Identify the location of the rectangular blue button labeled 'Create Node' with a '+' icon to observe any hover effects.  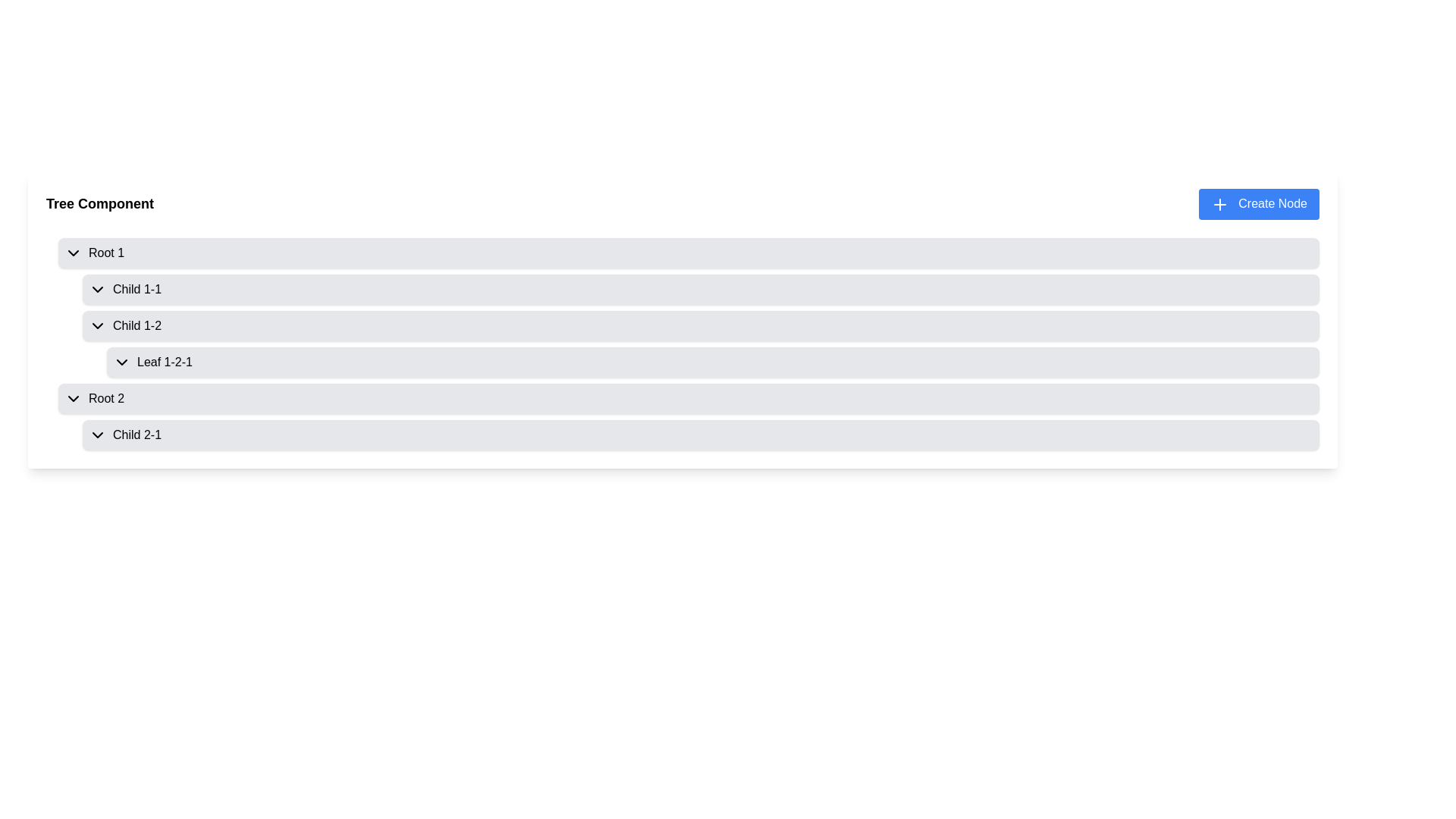
(1259, 203).